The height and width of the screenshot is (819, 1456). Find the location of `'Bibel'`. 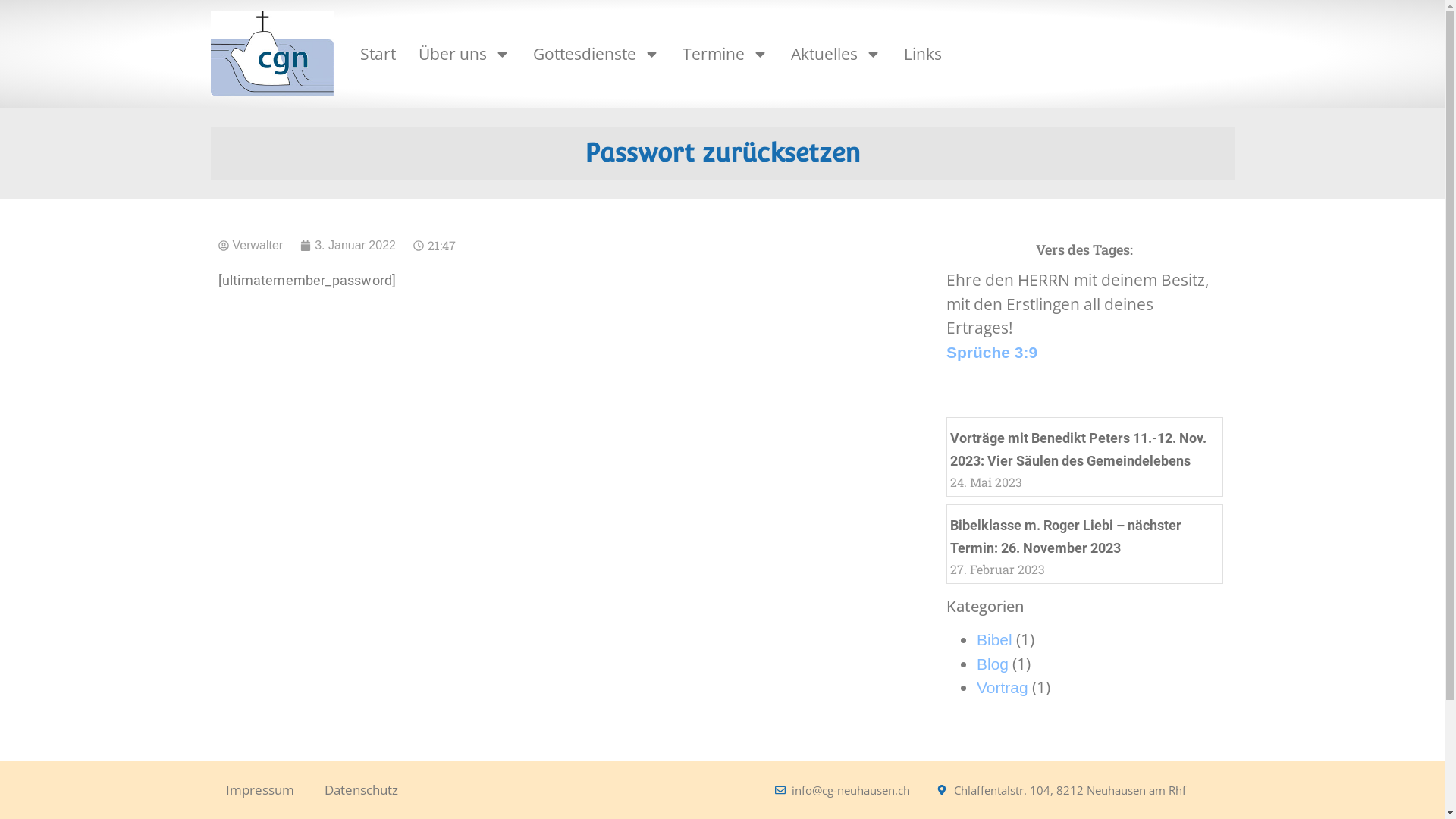

'Bibel' is located at coordinates (994, 639).